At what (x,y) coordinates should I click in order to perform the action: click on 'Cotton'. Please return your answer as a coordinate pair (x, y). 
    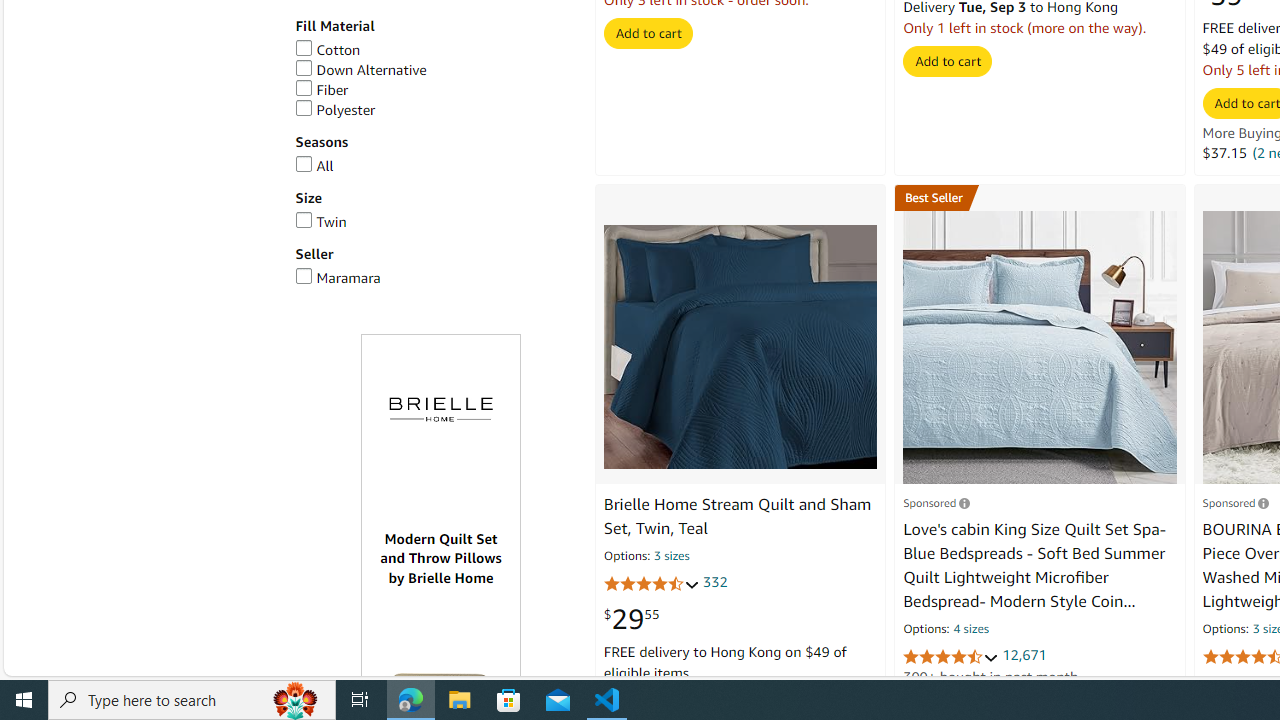
    Looking at the image, I should click on (327, 49).